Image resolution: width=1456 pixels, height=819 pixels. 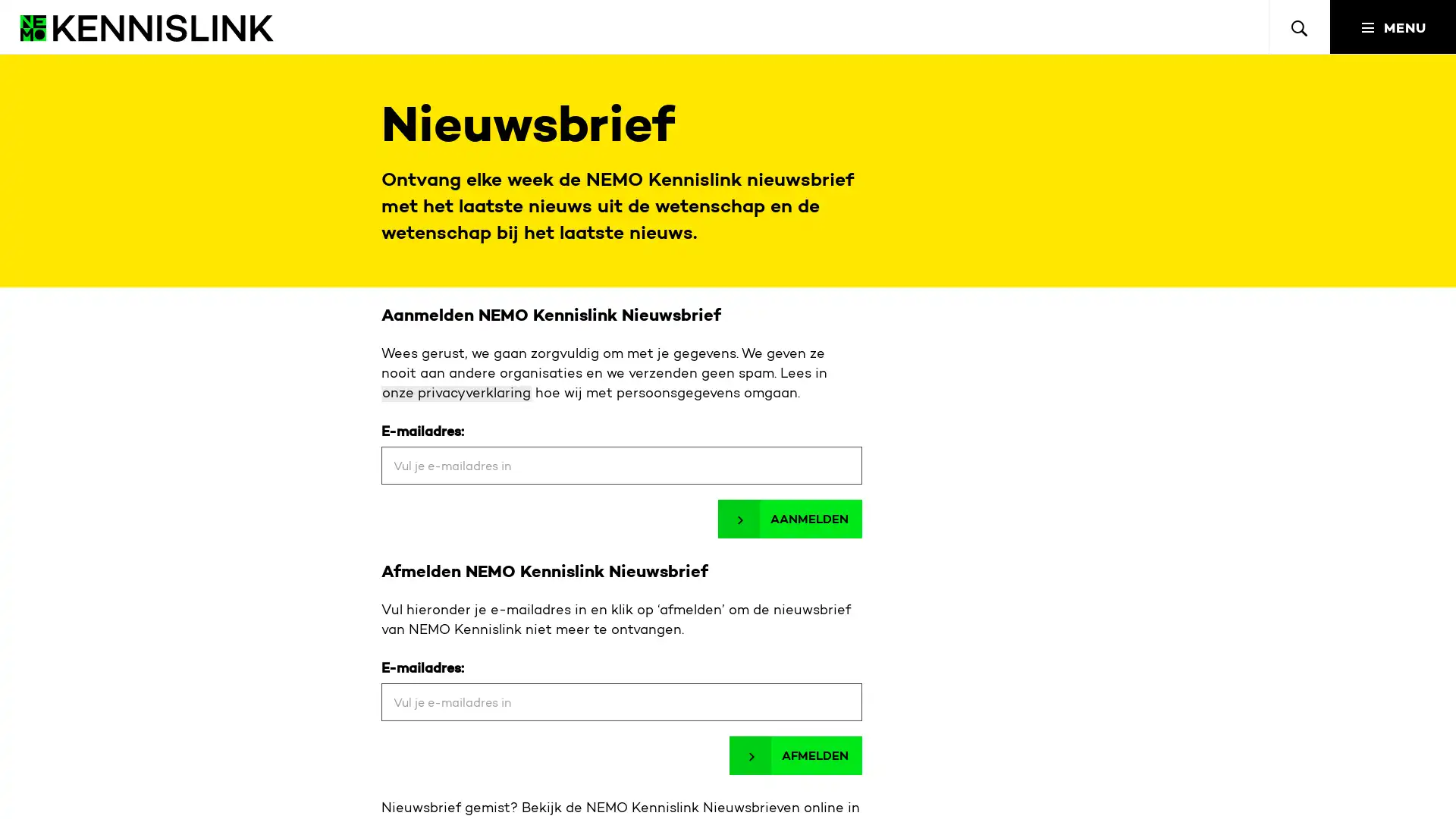 I want to click on AANMELDEN, so click(x=789, y=518).